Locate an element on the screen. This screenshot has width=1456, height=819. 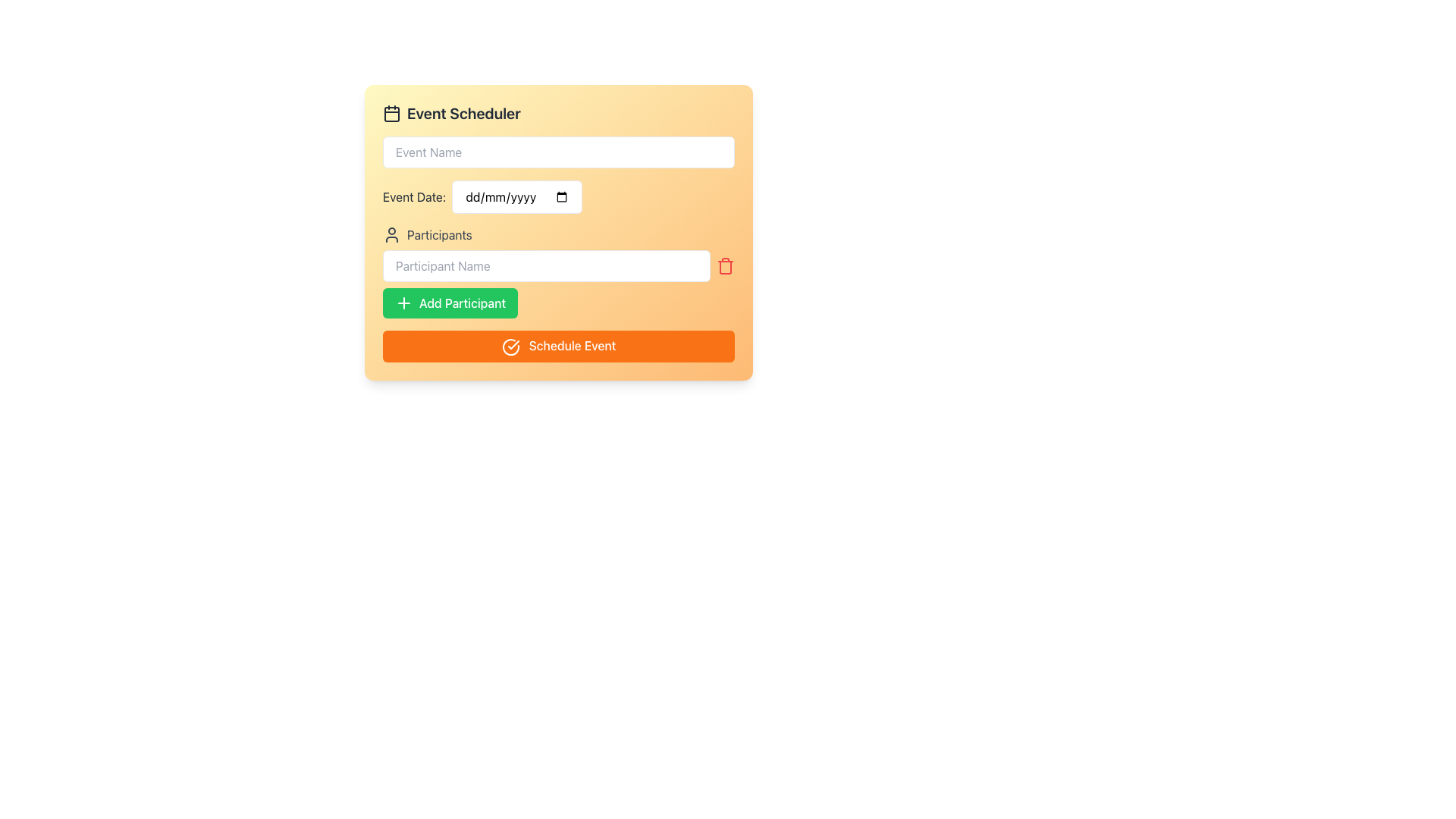
the calendar icon in the Date Picker Input Field labeled 'Event Date:' is located at coordinates (558, 196).